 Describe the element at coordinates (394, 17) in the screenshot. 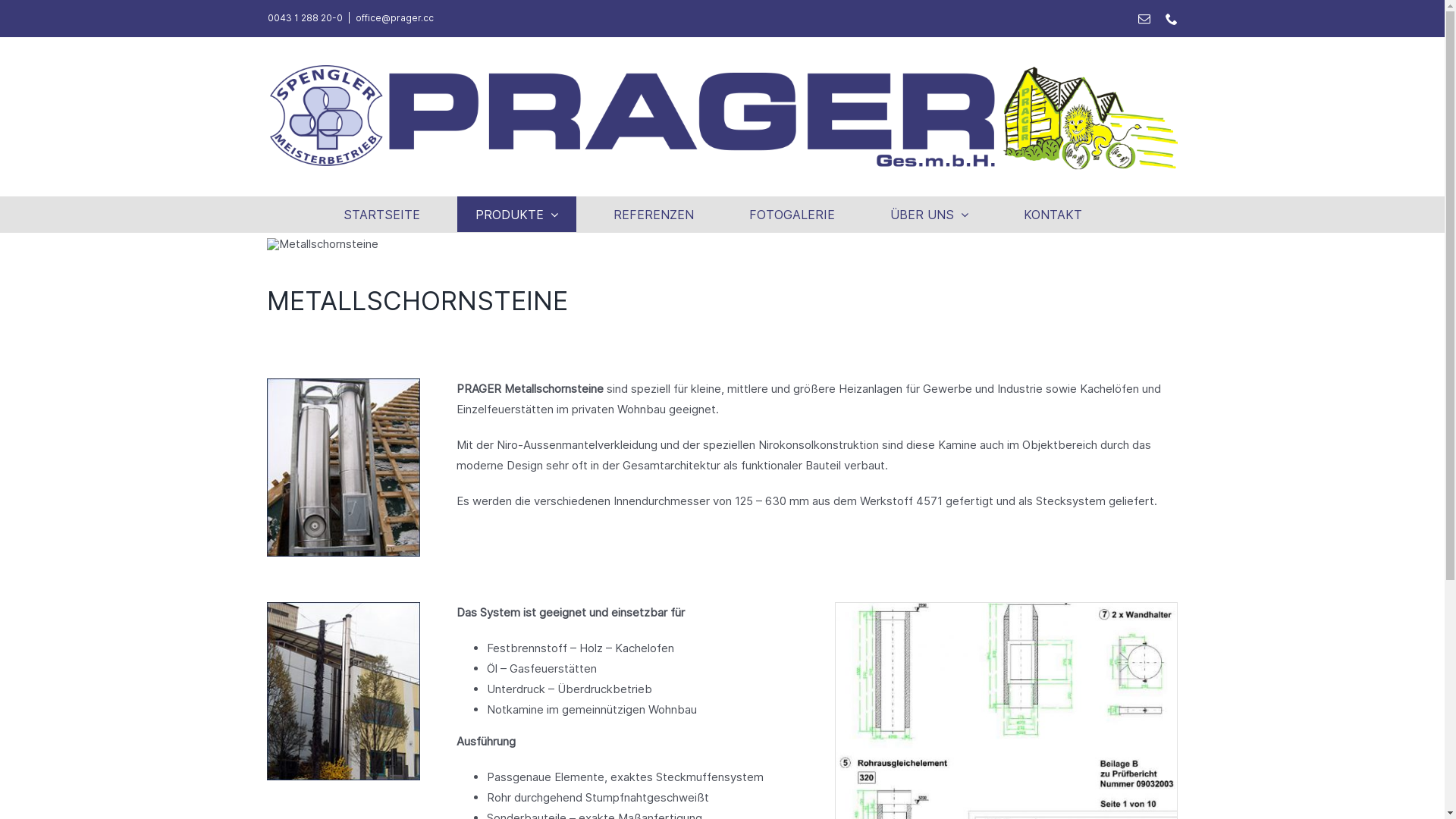

I see `'office@prager.cc'` at that location.